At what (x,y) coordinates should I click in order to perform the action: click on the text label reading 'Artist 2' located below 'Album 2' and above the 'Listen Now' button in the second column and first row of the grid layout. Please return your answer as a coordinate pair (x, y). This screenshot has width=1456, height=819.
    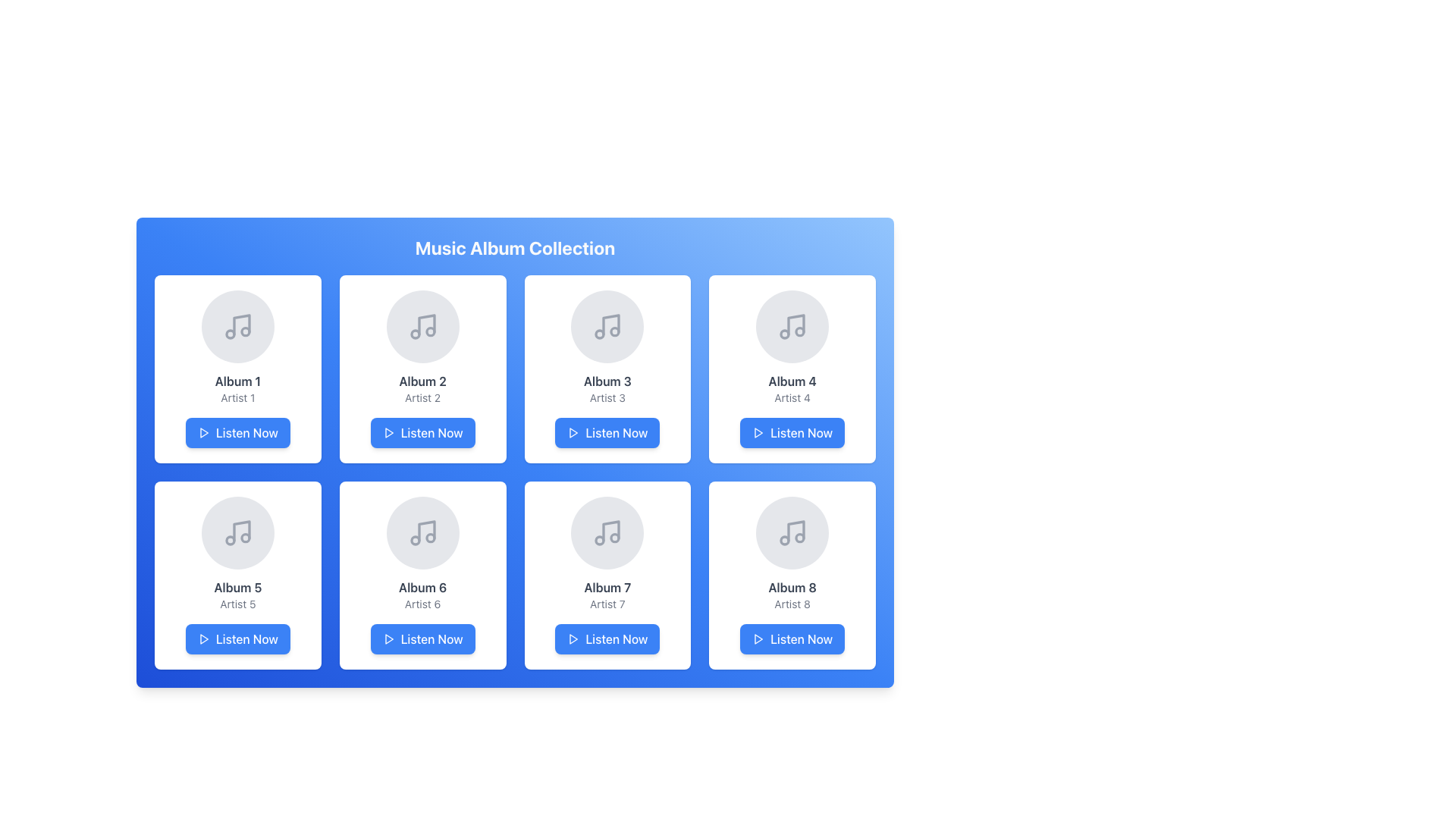
    Looking at the image, I should click on (422, 397).